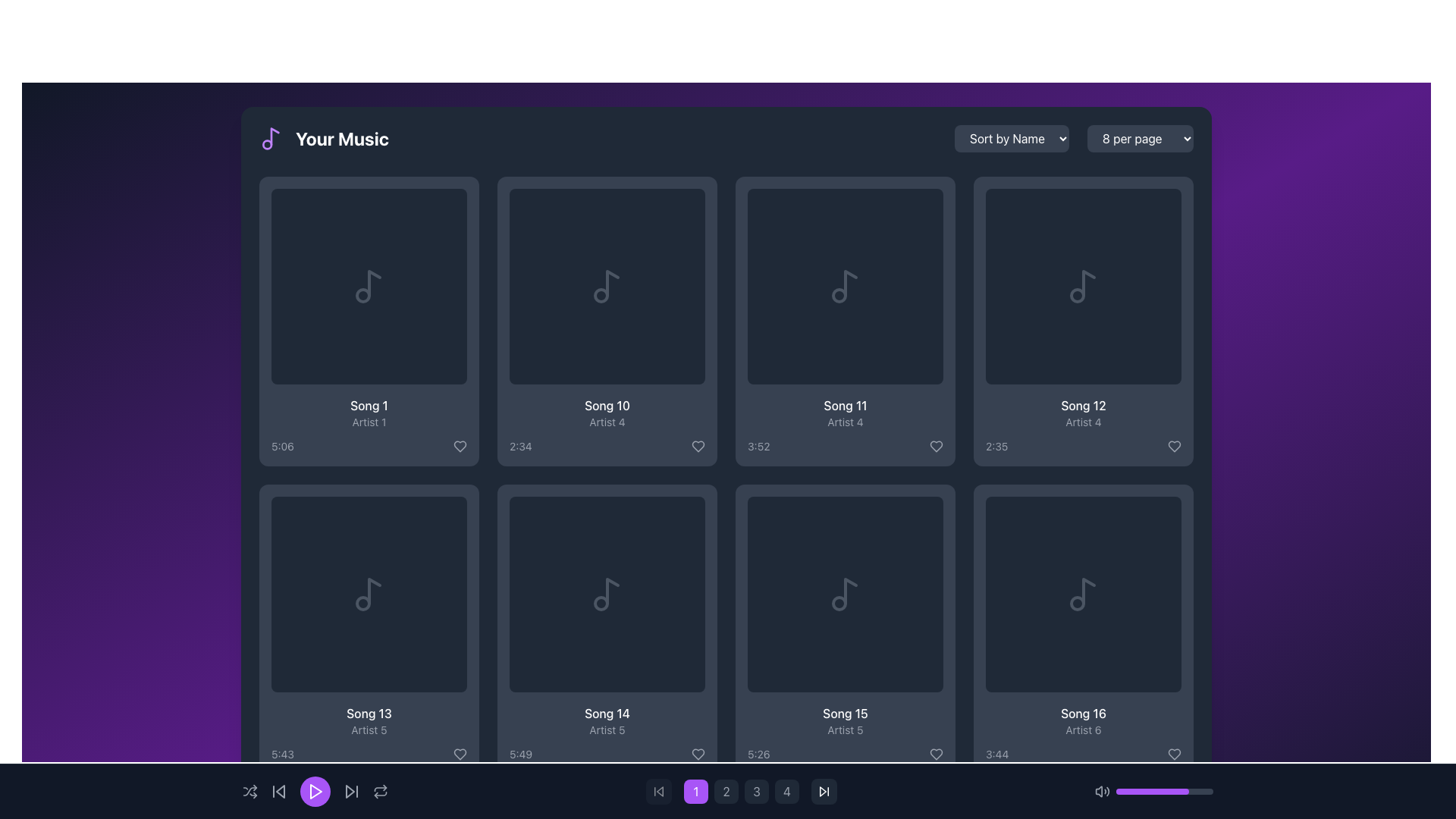  Describe the element at coordinates (459, 755) in the screenshot. I see `the heart icon button in the bottom right corner of the card for 'Song 13' by 'Artist 5' to mark the song as a favorite` at that location.